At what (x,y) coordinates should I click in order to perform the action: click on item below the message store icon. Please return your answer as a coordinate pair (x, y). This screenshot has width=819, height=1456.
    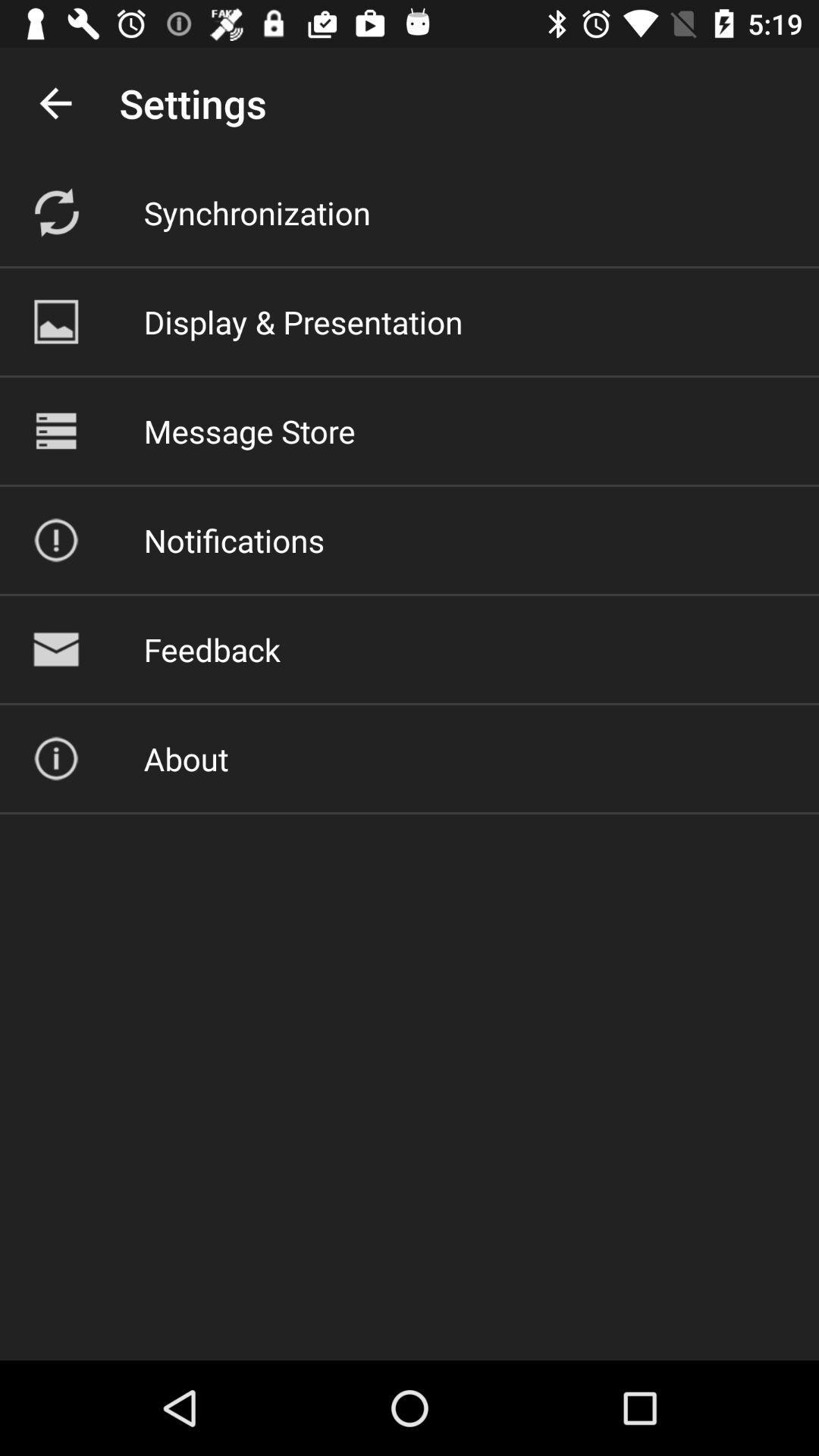
    Looking at the image, I should click on (234, 540).